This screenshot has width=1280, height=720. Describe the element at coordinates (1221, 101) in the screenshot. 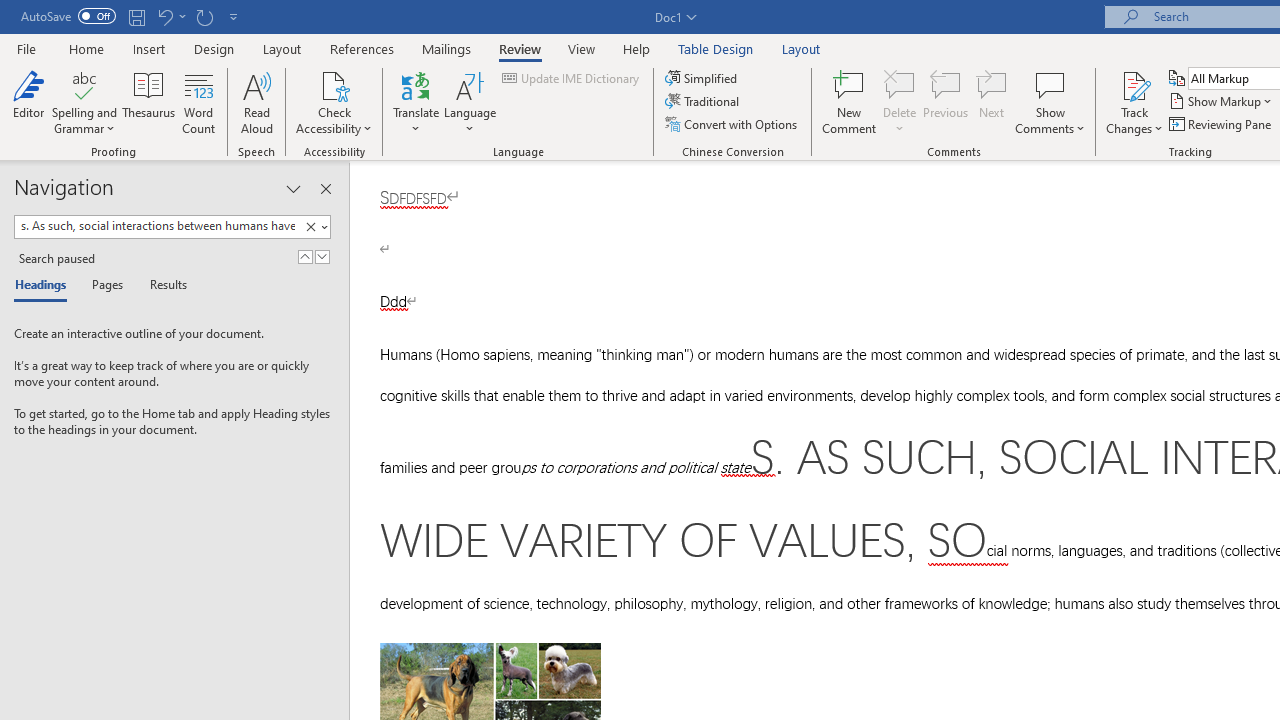

I see `'Show Markup'` at that location.